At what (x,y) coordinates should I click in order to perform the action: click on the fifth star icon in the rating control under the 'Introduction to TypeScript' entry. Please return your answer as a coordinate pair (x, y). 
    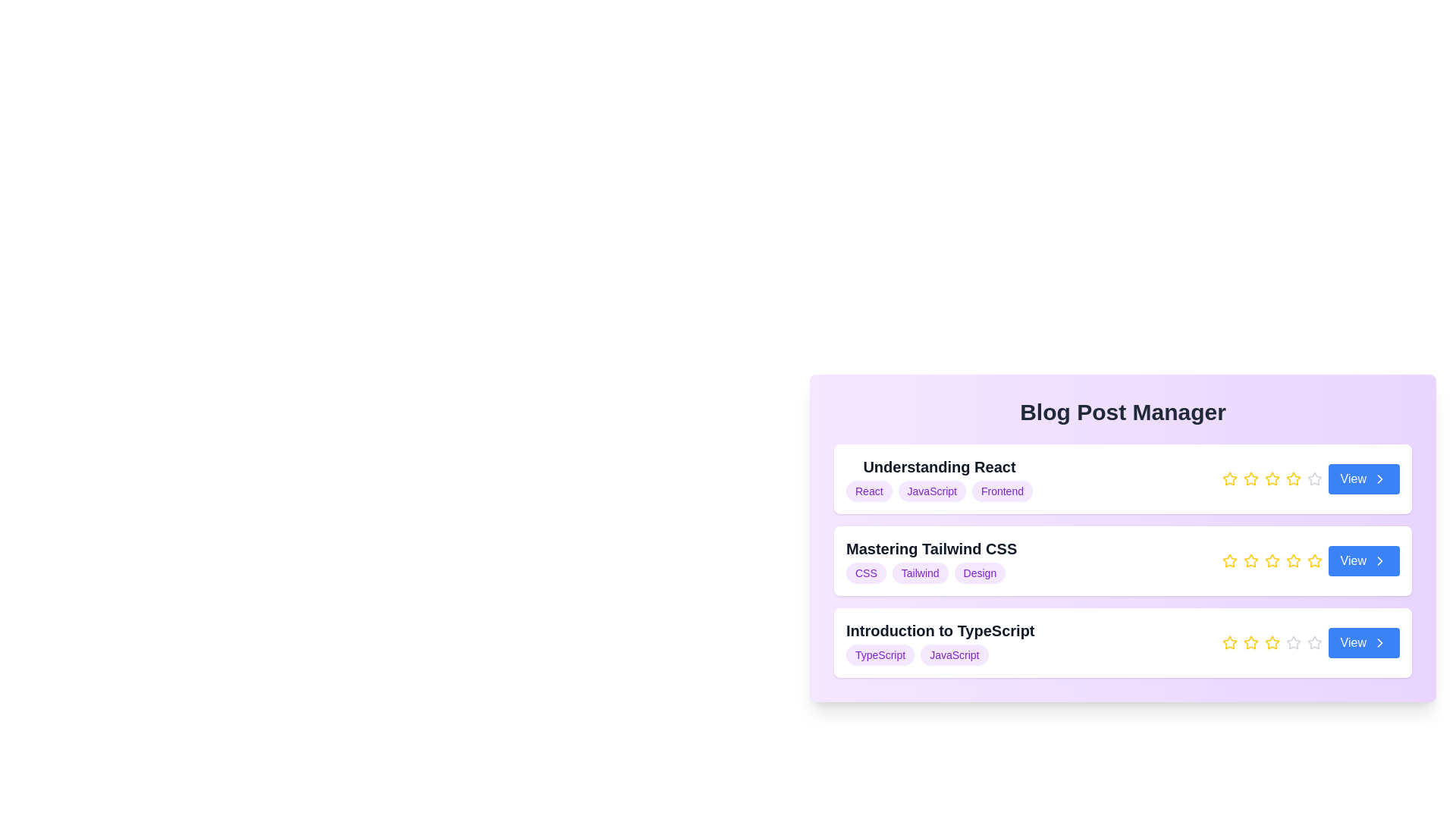
    Looking at the image, I should click on (1313, 643).